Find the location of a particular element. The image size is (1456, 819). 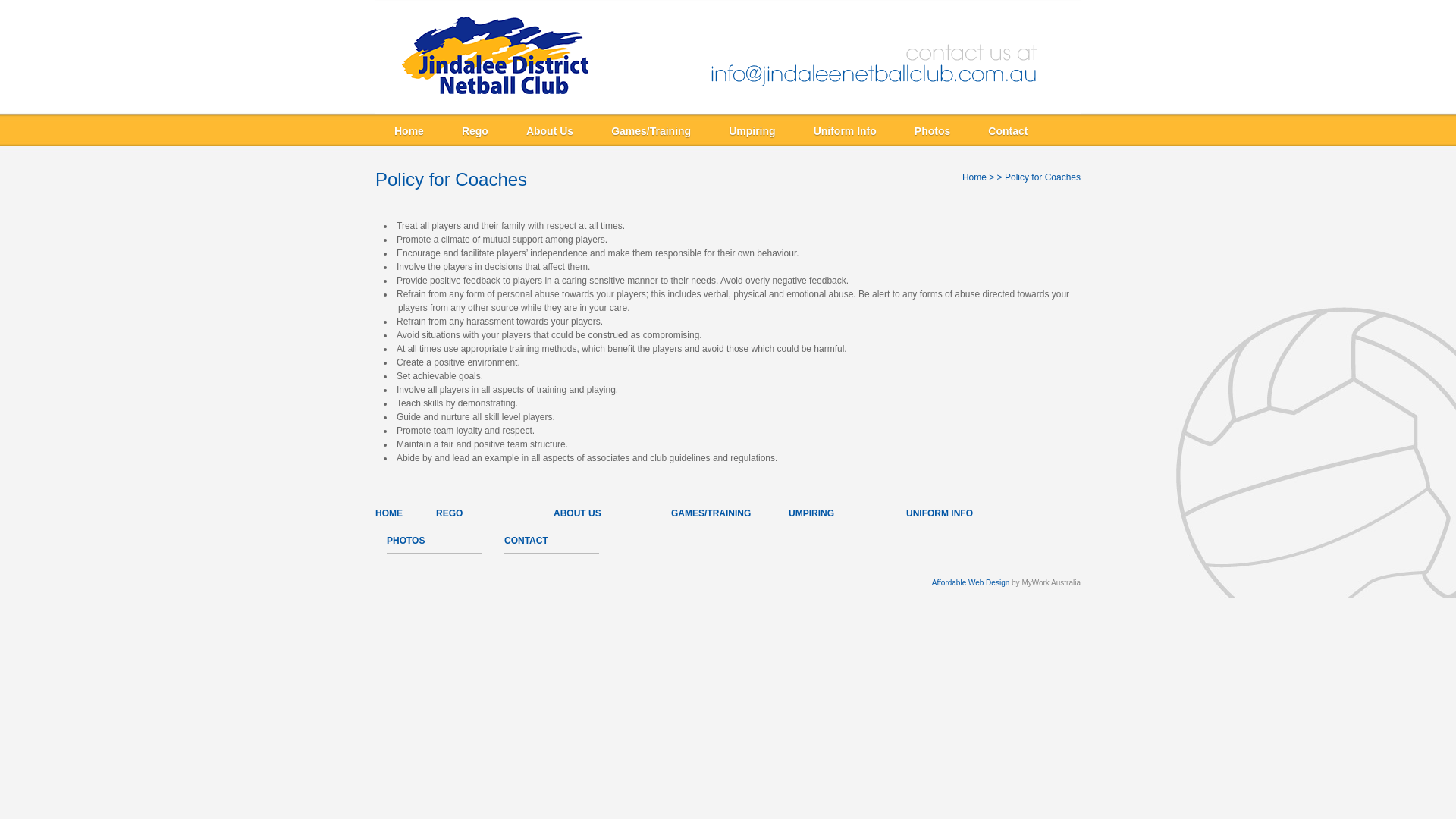

'CONTACT' is located at coordinates (526, 540).